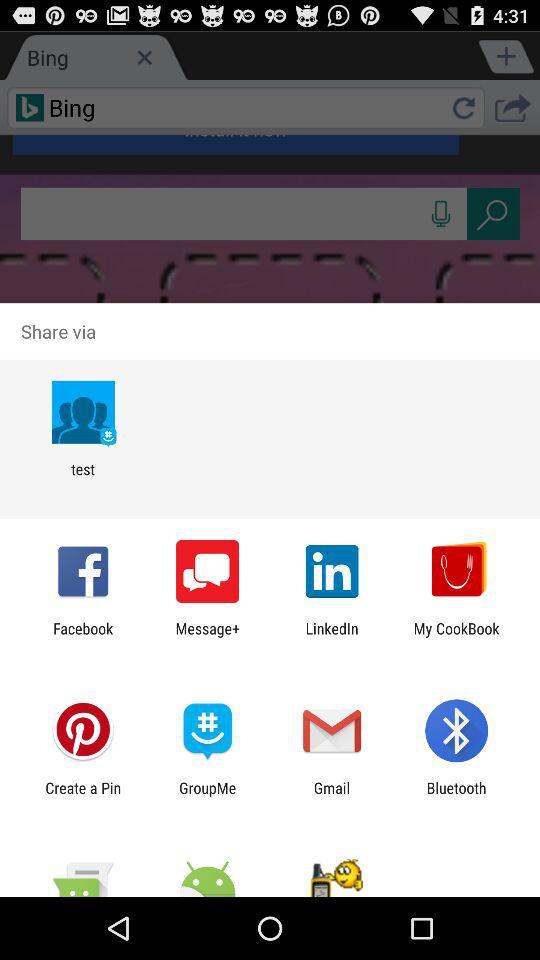 The width and height of the screenshot is (540, 960). What do you see at coordinates (82, 796) in the screenshot?
I see `the create a pin` at bounding box center [82, 796].